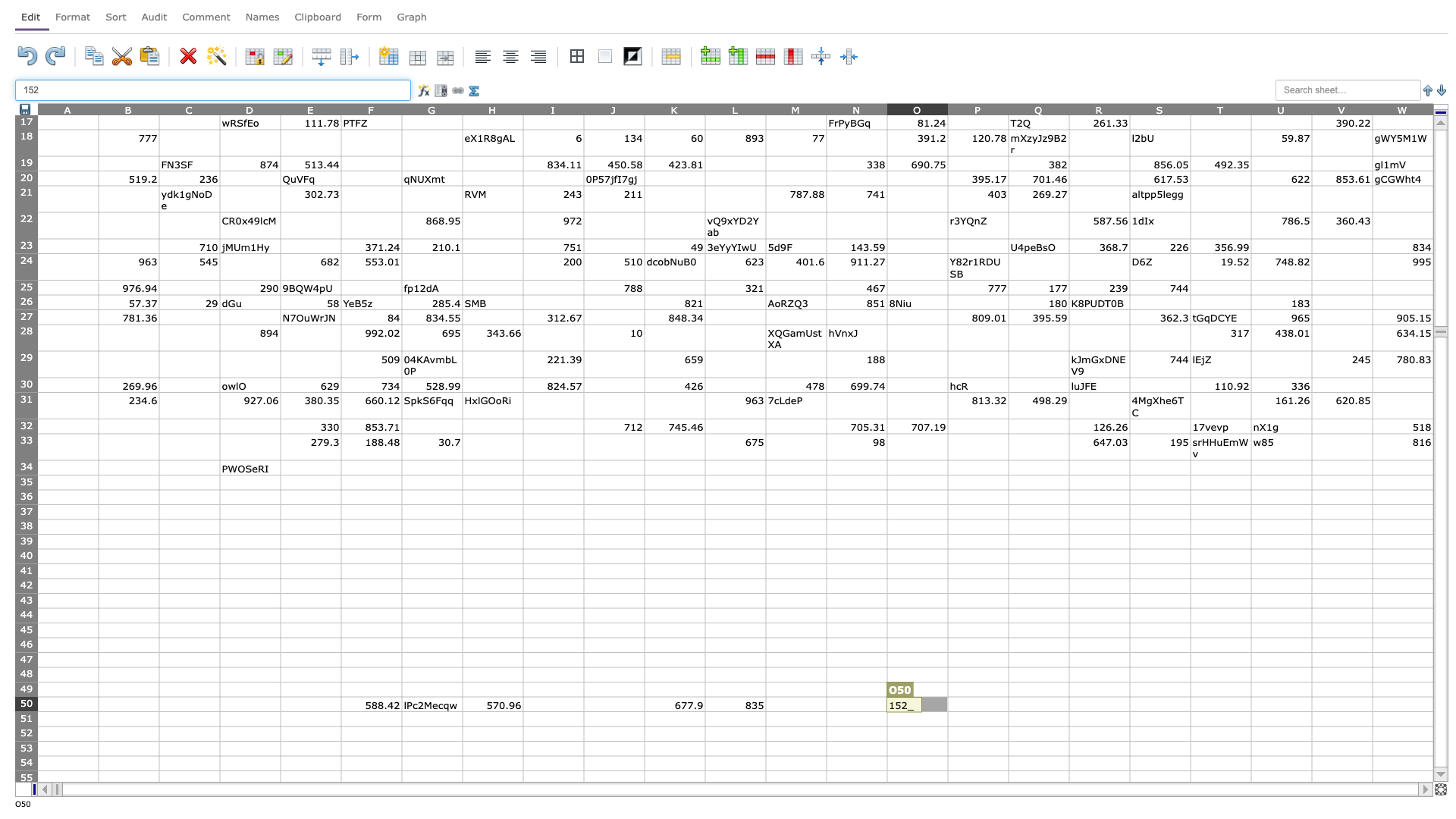 The width and height of the screenshot is (1456, 819). I want to click on top left corner of cell R50, so click(1068, 696).